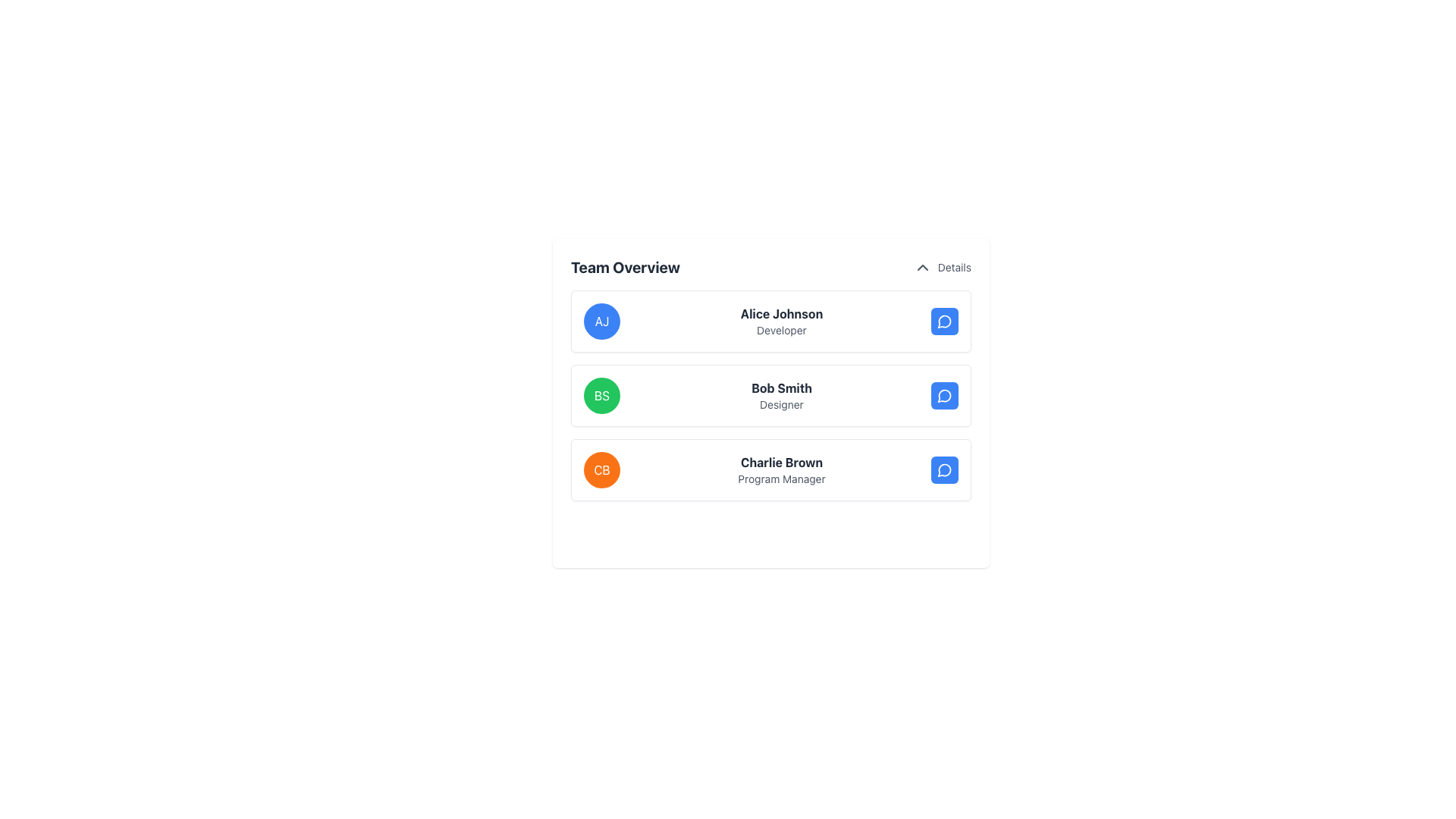 The width and height of the screenshot is (1456, 819). Describe the element at coordinates (601, 321) in the screenshot. I see `the Avatar icon representing 'Alice Johnson, Developer' located on the left side of the top row of user cards` at that location.